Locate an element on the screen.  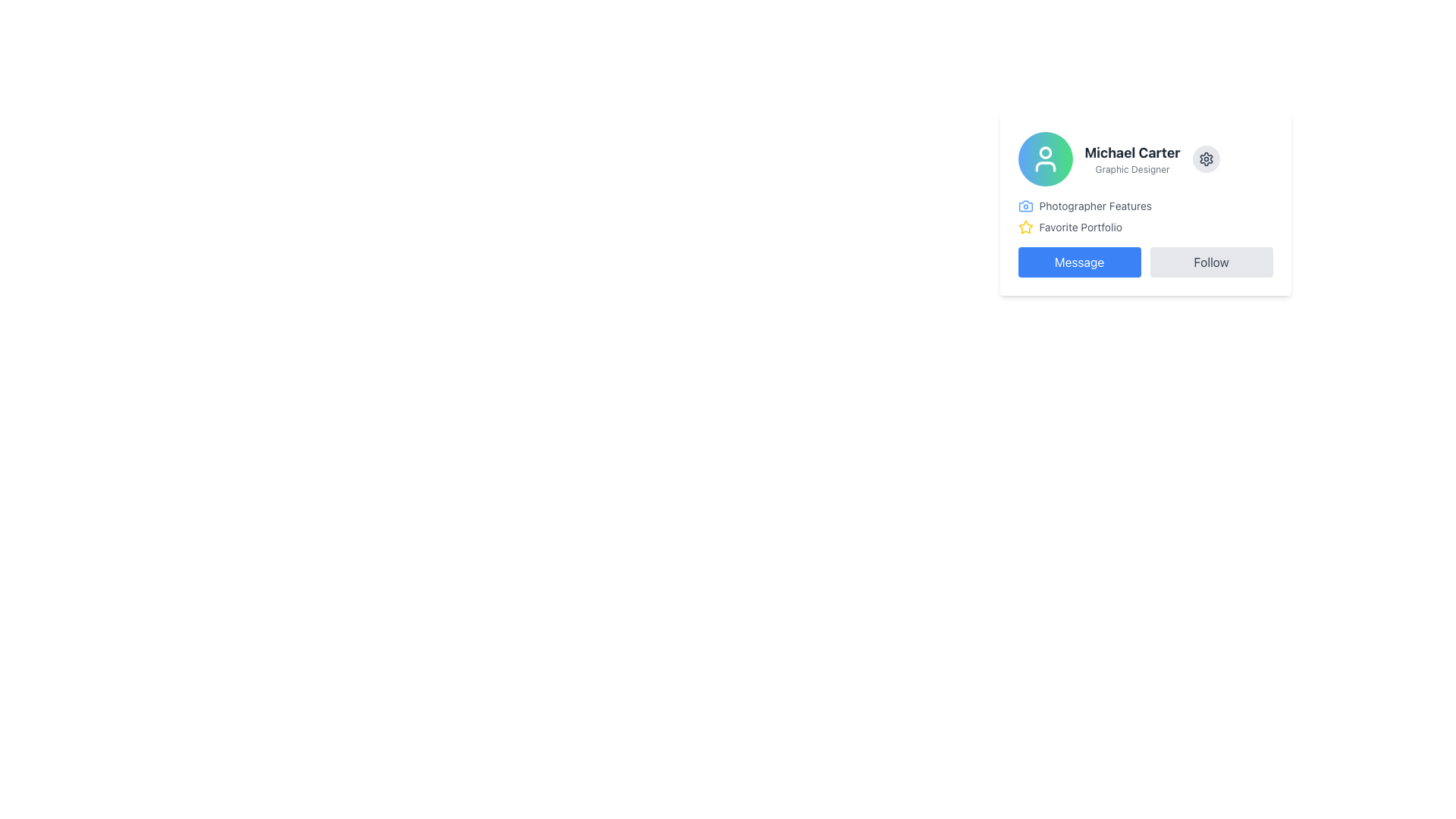
the gear-like settings icon located at the top-right corner of the profile card, adjacent to the user's name and title is located at coordinates (1205, 158).